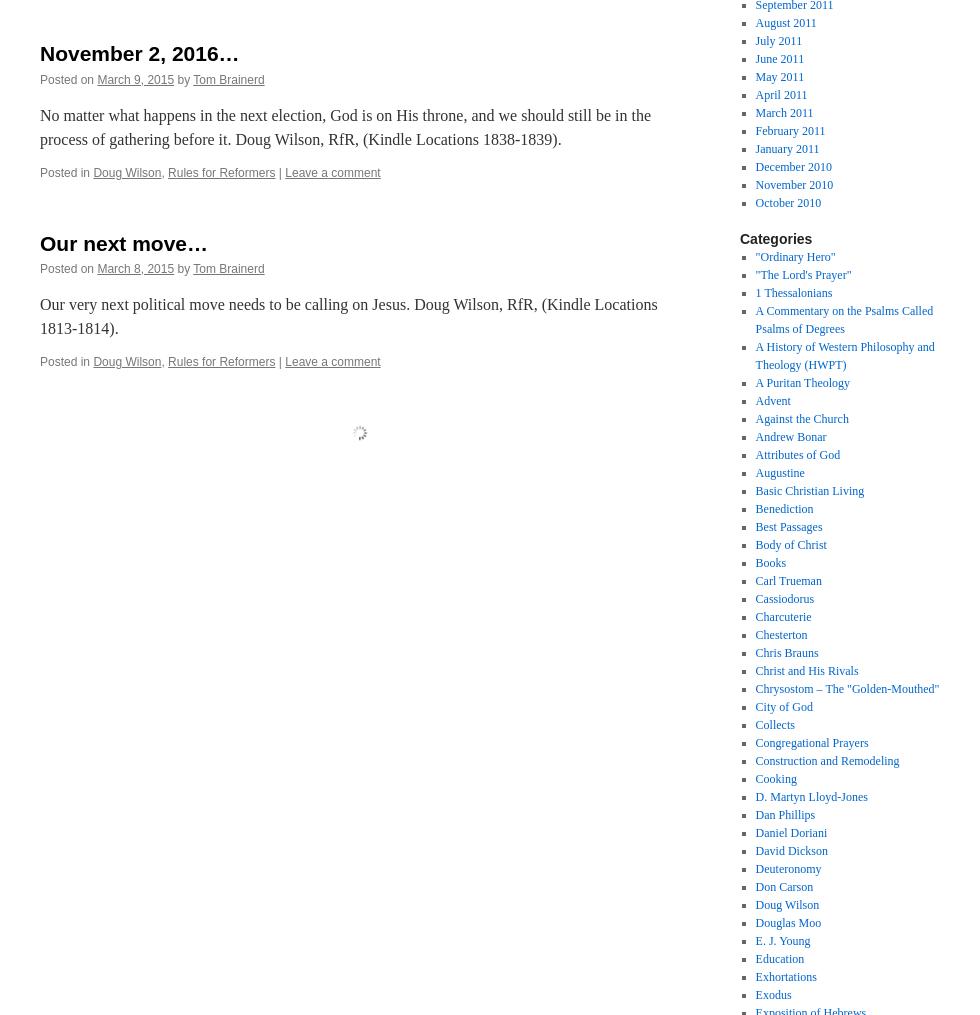 The height and width of the screenshot is (1015, 980). I want to click on 'March 2011', so click(784, 112).